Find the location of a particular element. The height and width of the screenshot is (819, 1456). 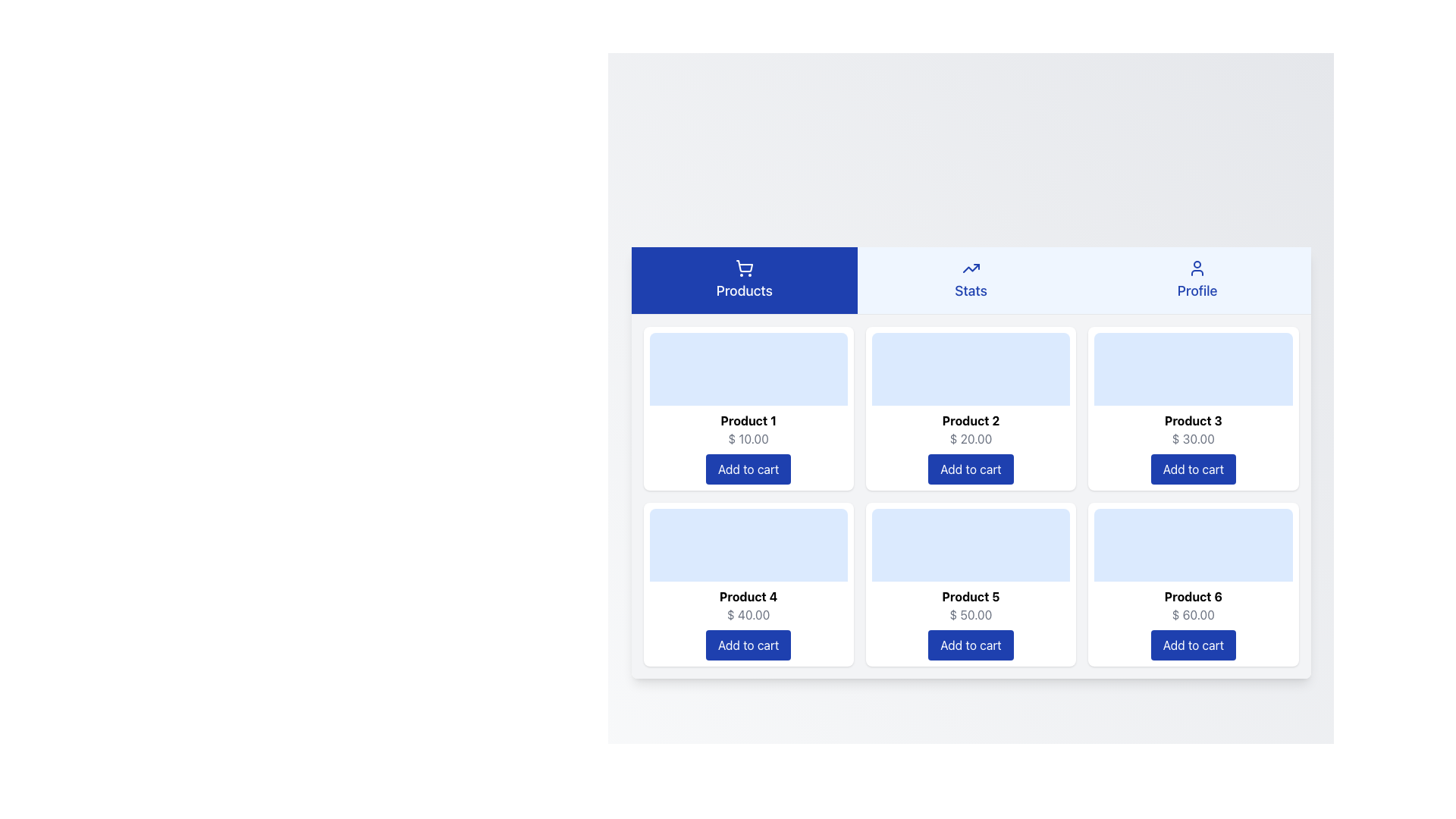

the 'Products' button located at the top-left of a row of three buttons, which also includes 'Stats' and 'Profile' is located at coordinates (744, 280).